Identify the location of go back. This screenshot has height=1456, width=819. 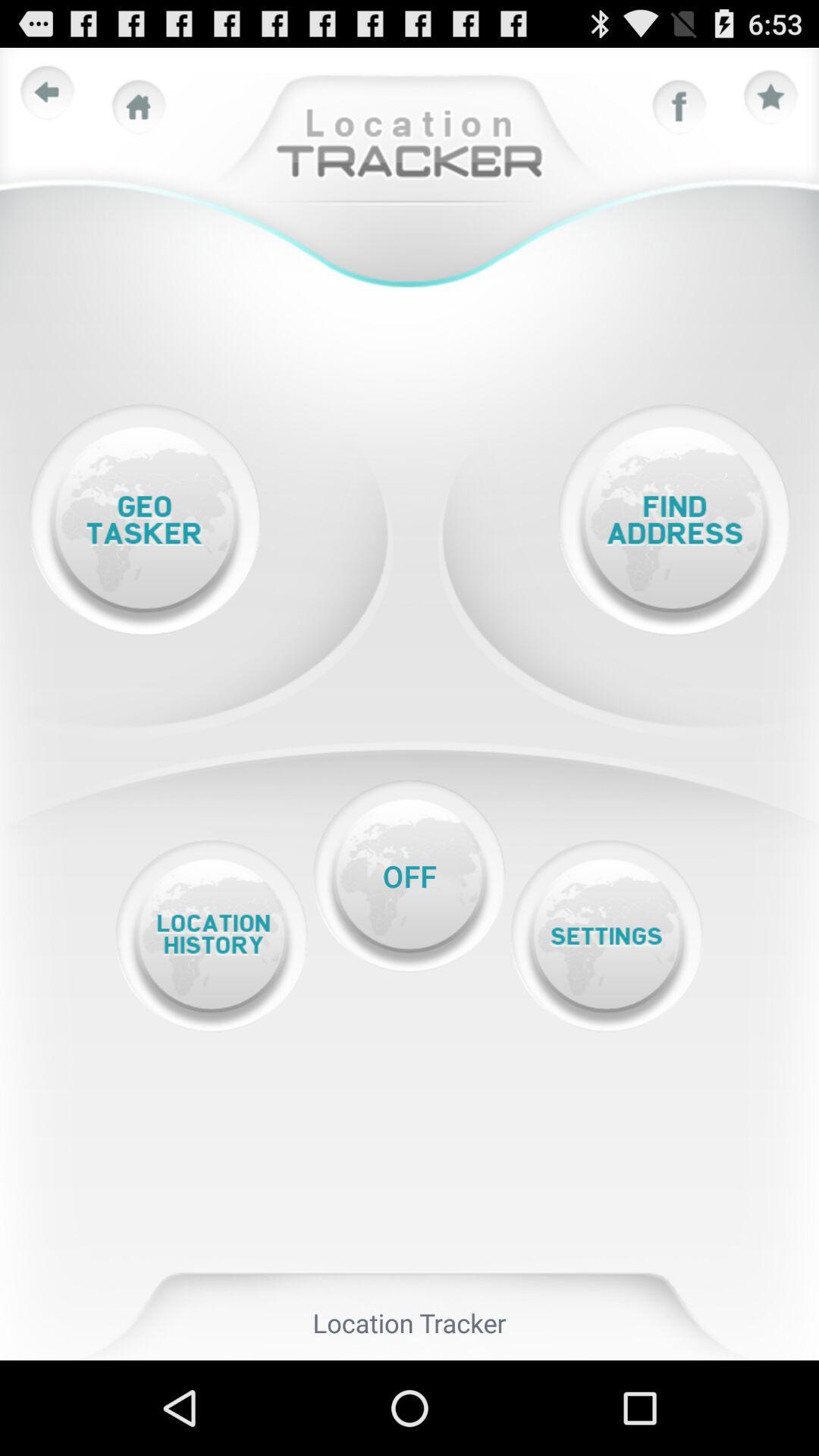
(46, 93).